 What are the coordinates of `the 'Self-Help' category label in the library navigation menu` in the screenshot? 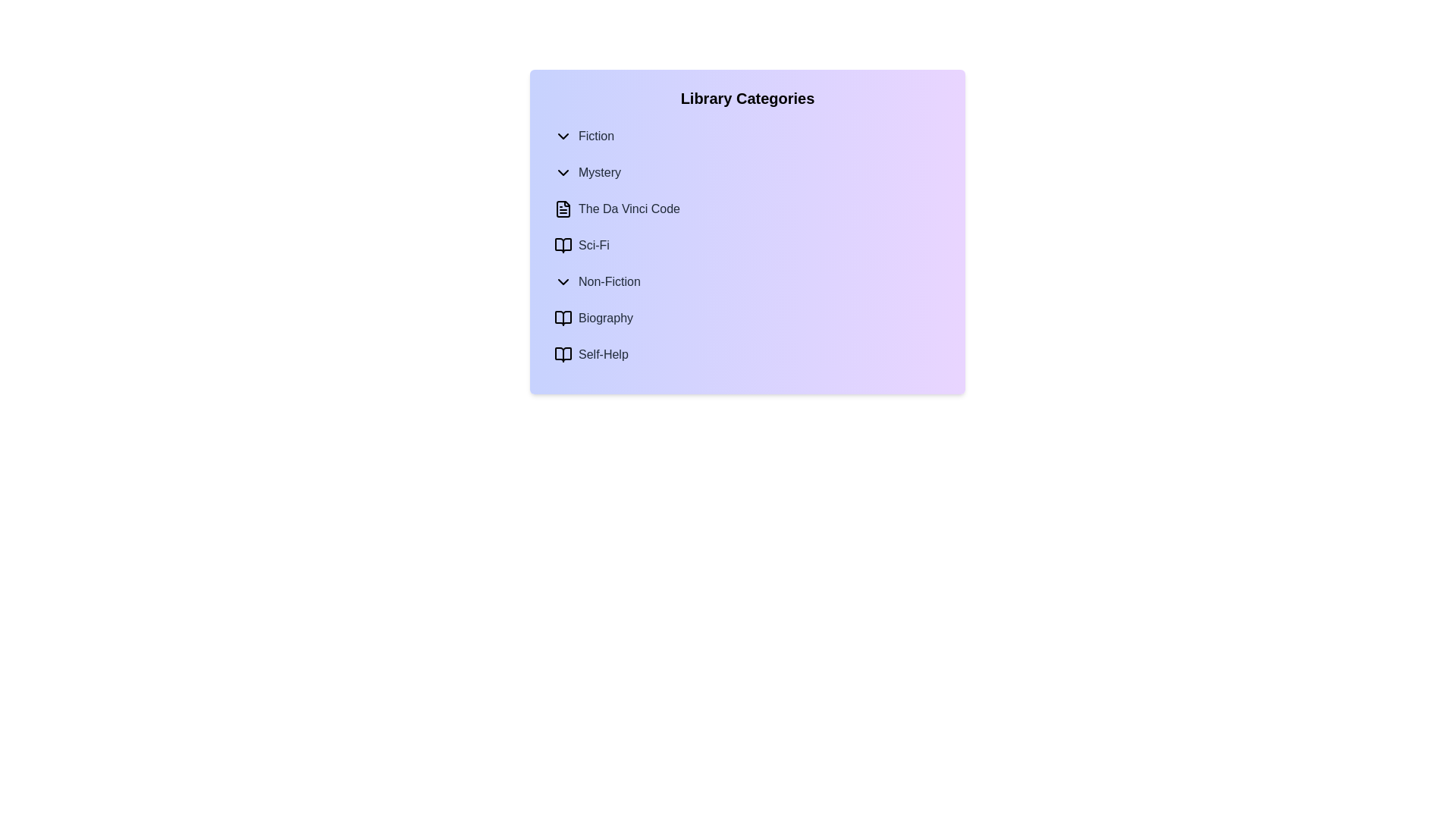 It's located at (602, 354).